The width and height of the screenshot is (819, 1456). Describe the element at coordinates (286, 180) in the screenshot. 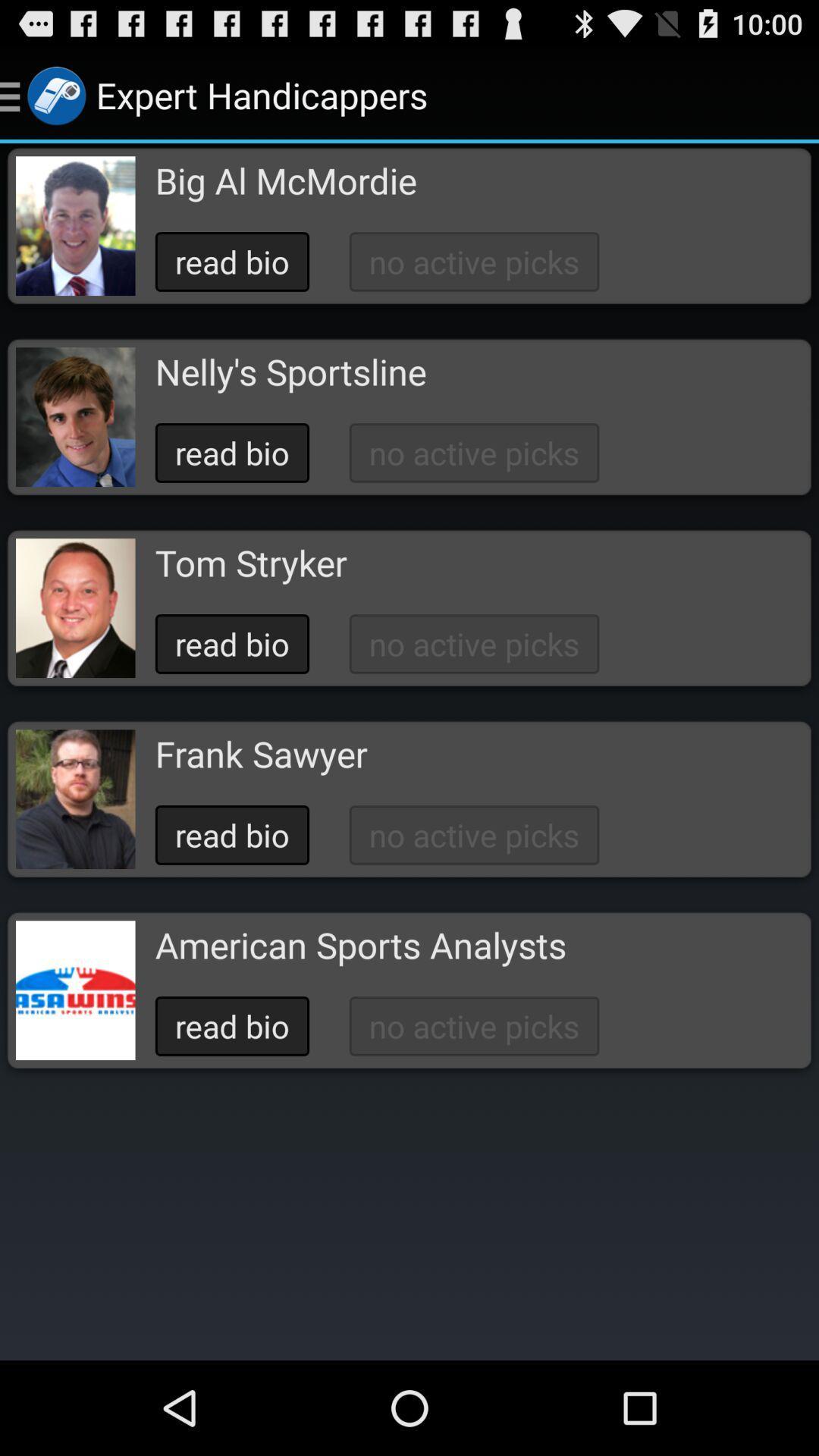

I see `the icon above the read bio` at that location.